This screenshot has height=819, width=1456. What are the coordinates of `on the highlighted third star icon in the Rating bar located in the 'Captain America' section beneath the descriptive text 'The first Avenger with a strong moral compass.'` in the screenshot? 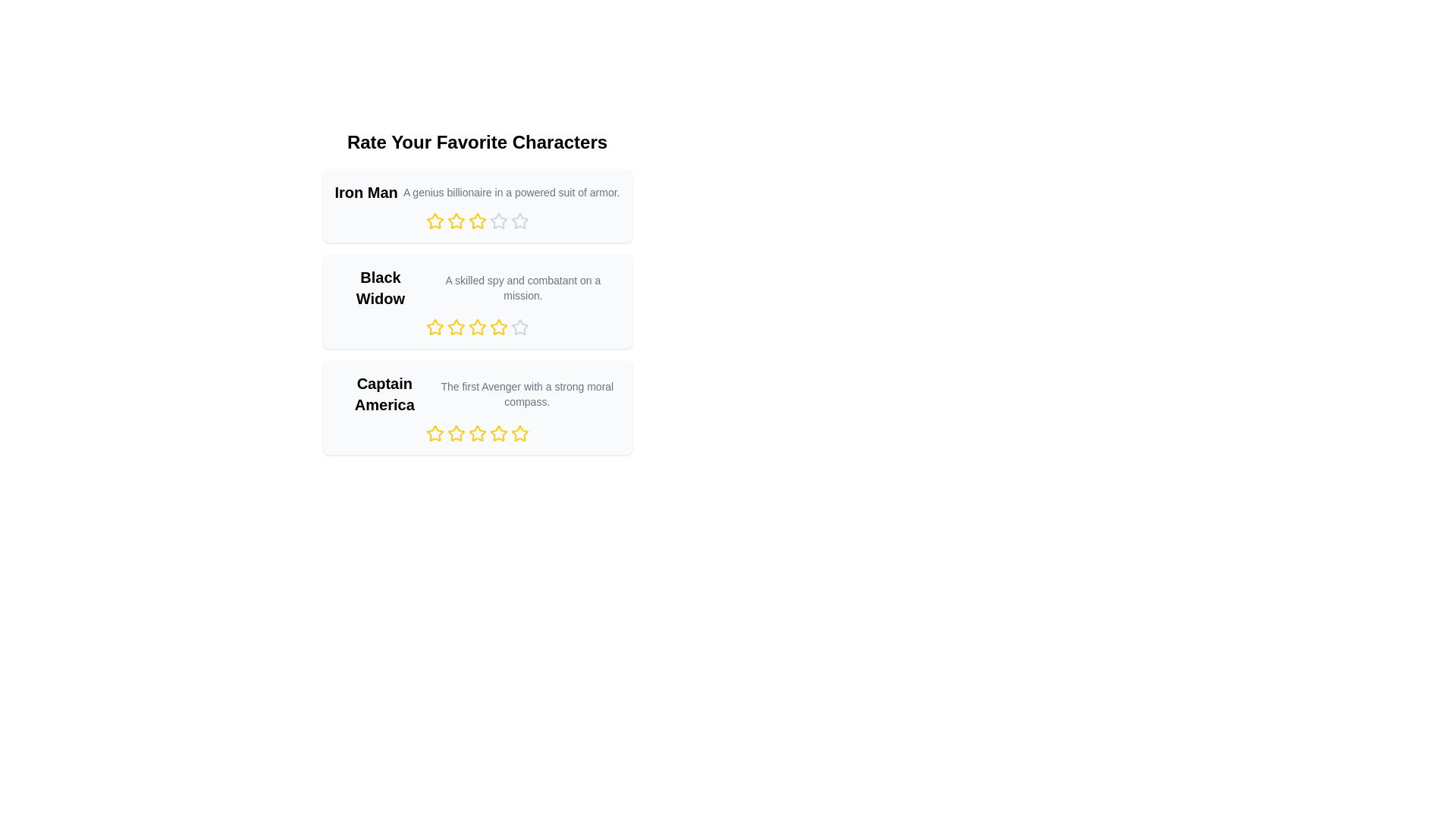 It's located at (476, 433).